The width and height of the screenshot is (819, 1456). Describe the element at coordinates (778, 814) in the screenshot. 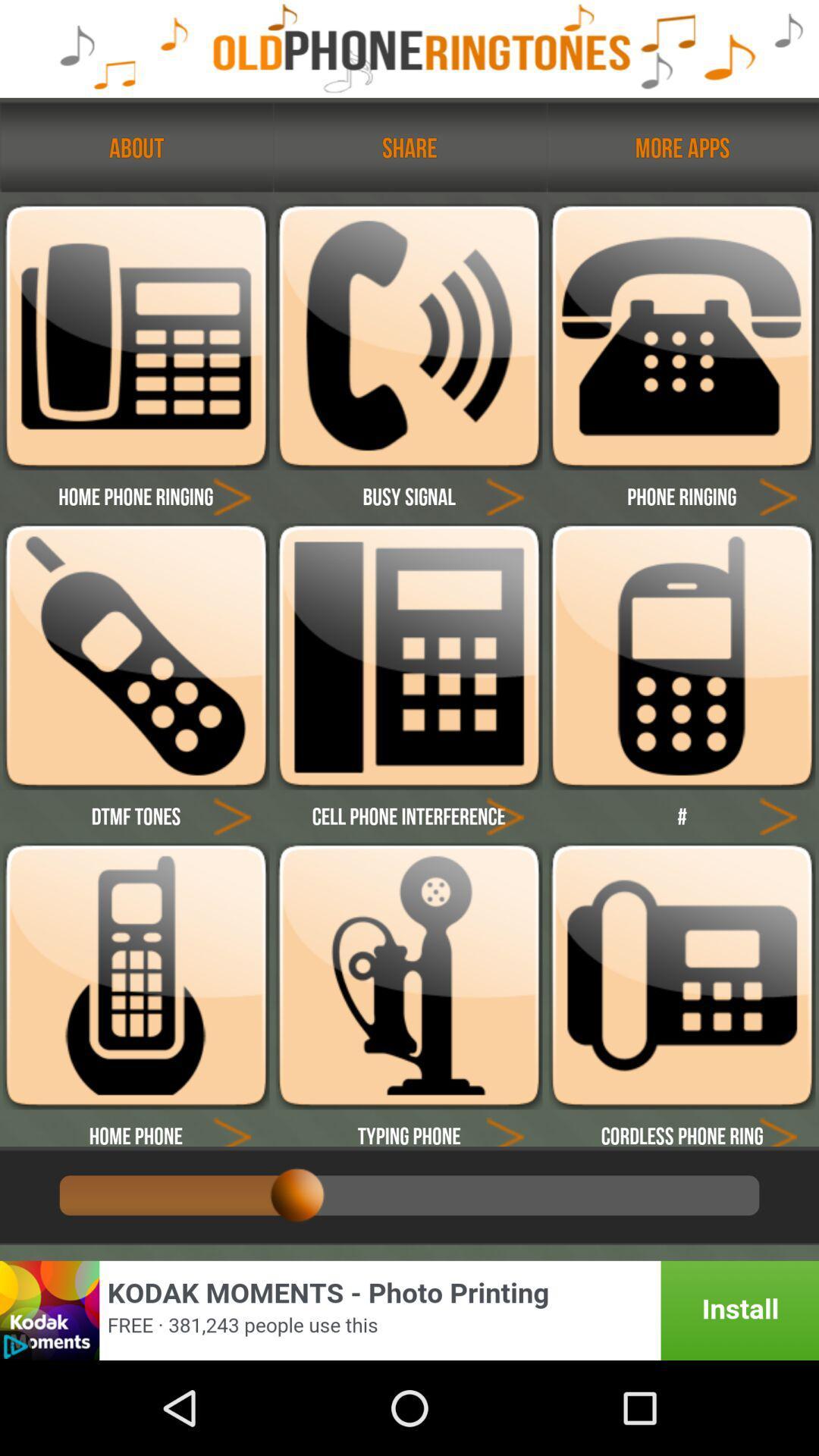

I see `the icon which is below second row of third image` at that location.